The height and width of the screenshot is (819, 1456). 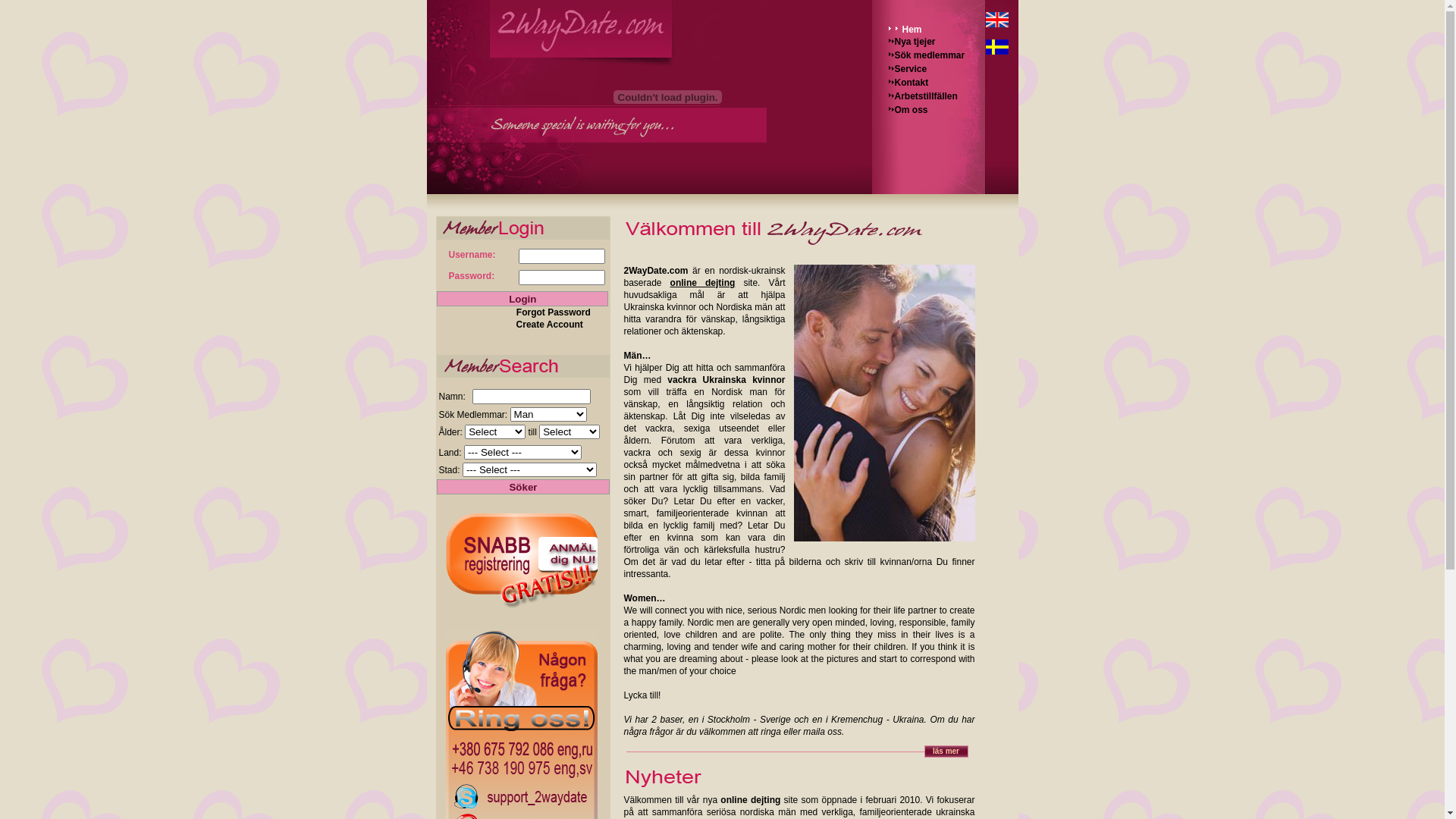 What do you see at coordinates (892, 82) in the screenshot?
I see `'Kontakt'` at bounding box center [892, 82].